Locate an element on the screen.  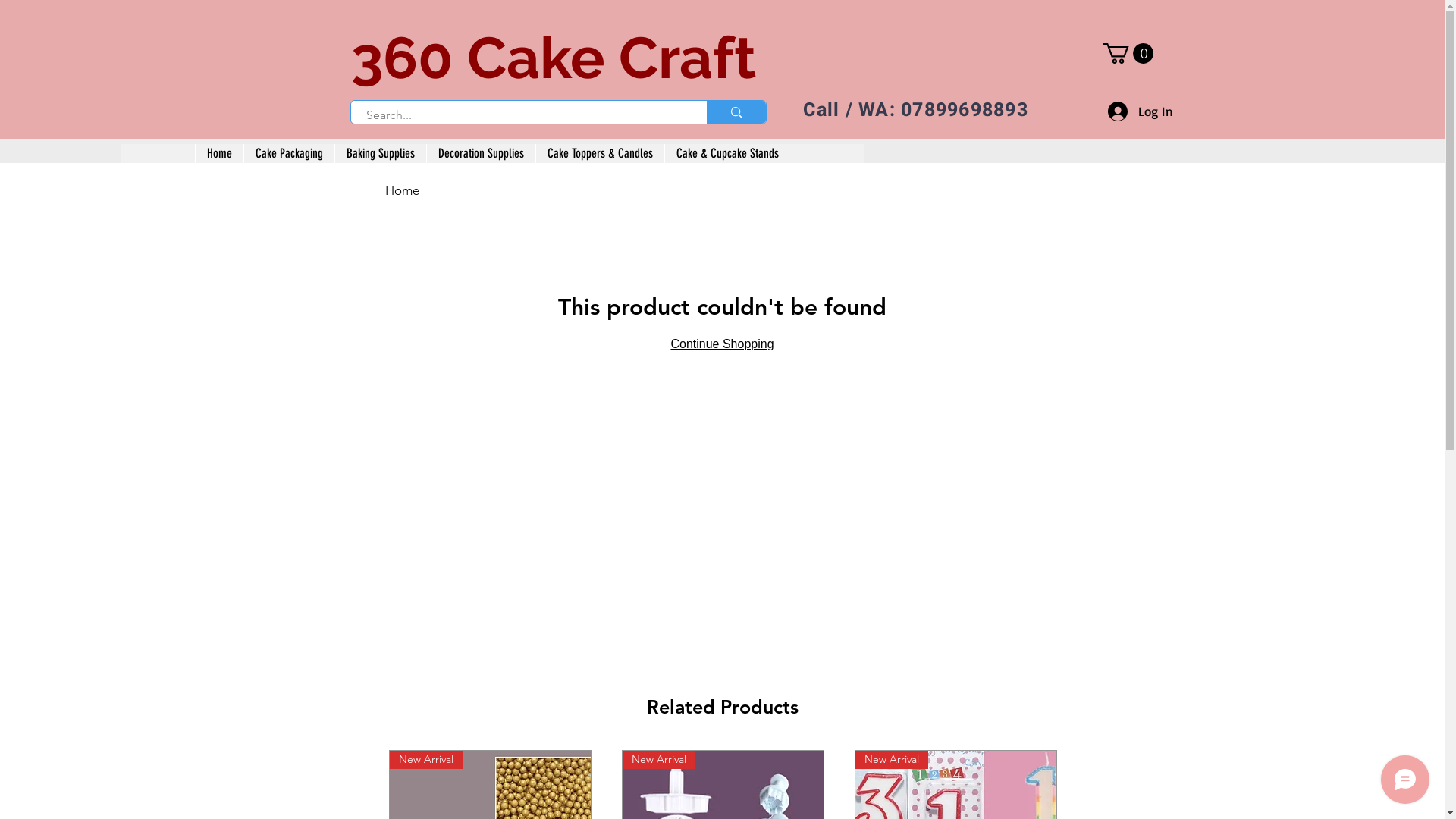
'Cake Packaging' is located at coordinates (287, 153).